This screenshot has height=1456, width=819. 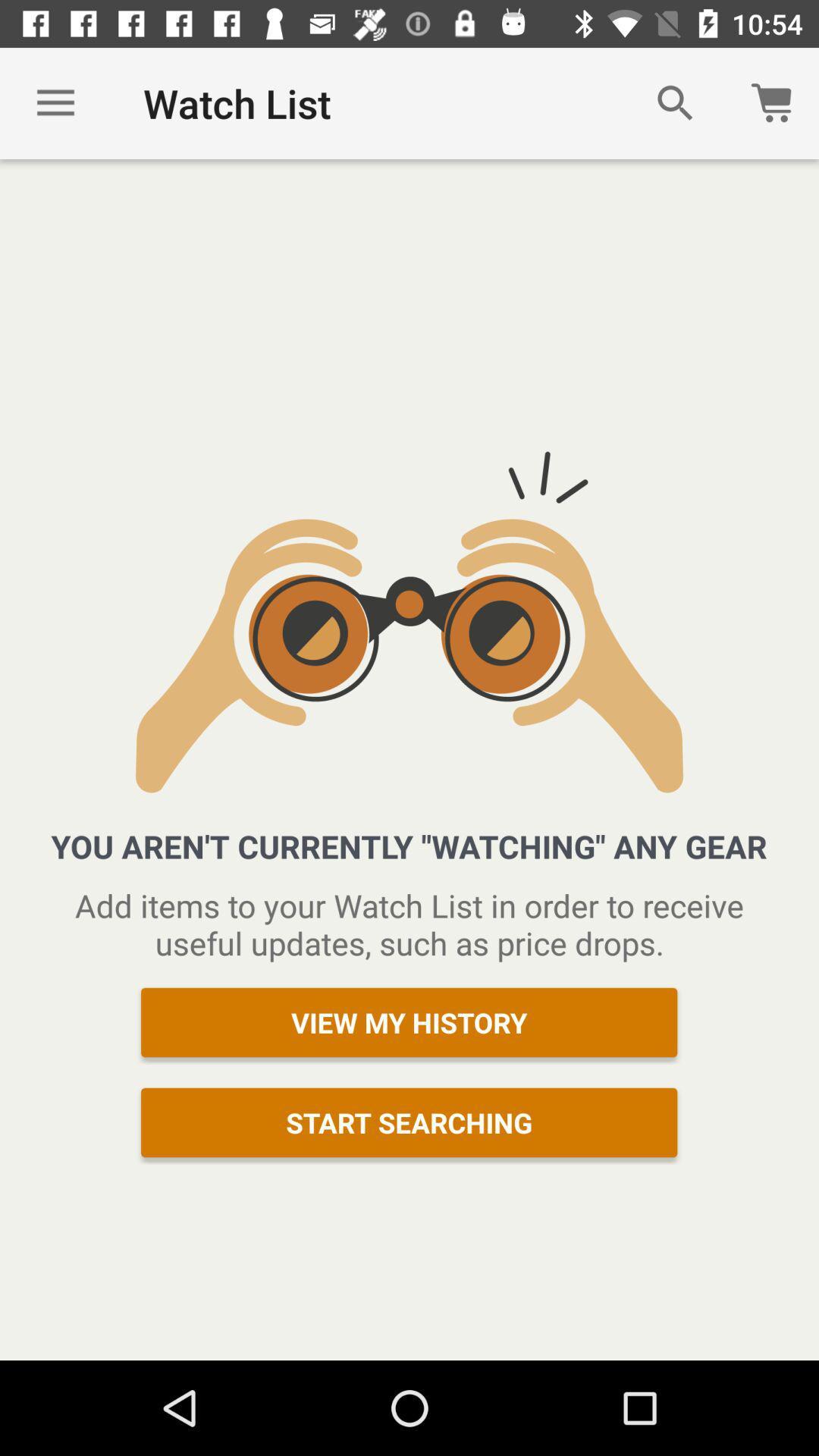 What do you see at coordinates (55, 102) in the screenshot?
I see `icon to the left of watch list` at bounding box center [55, 102].